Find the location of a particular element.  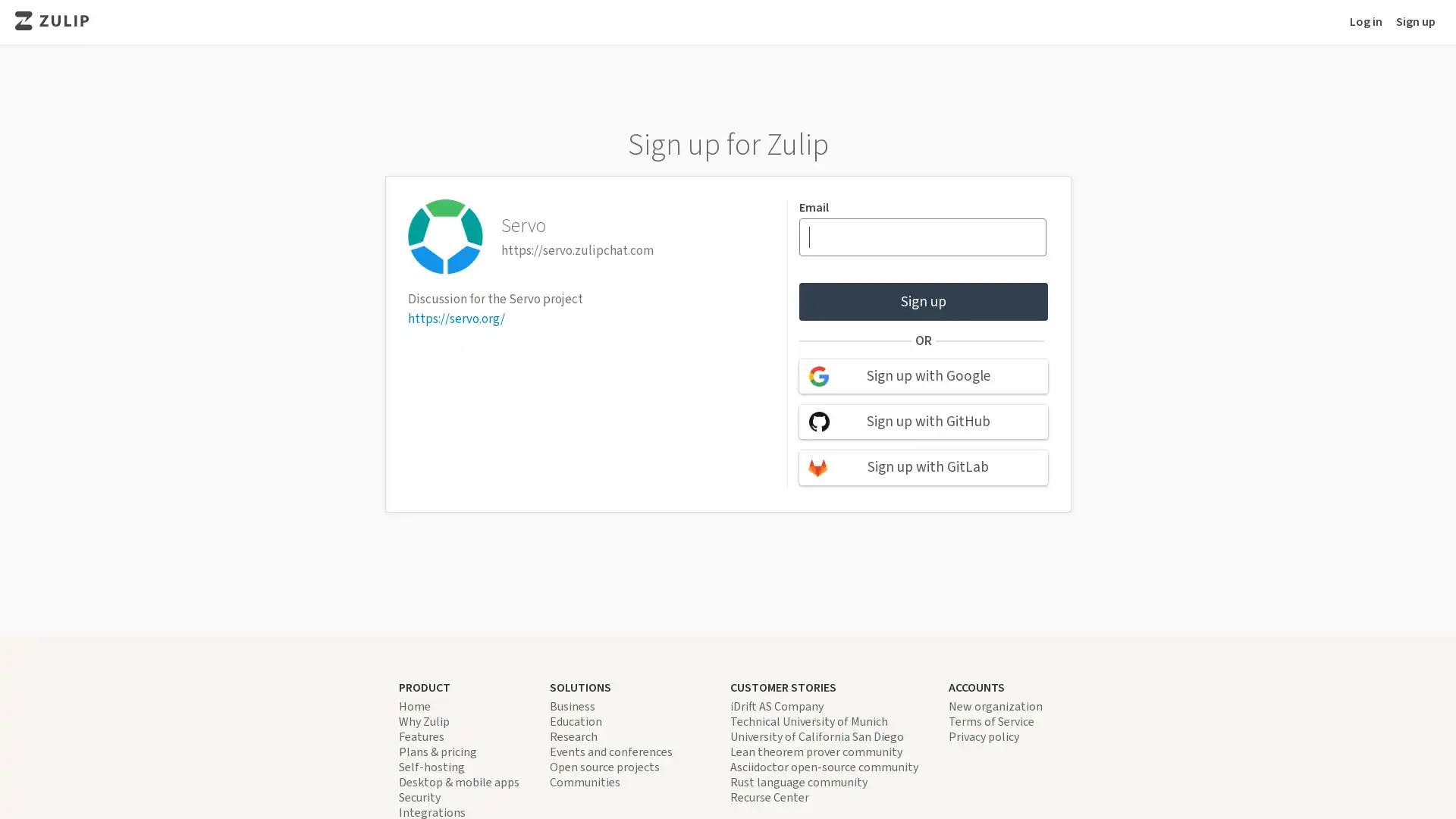

Sign up with GitLab is located at coordinates (922, 466).